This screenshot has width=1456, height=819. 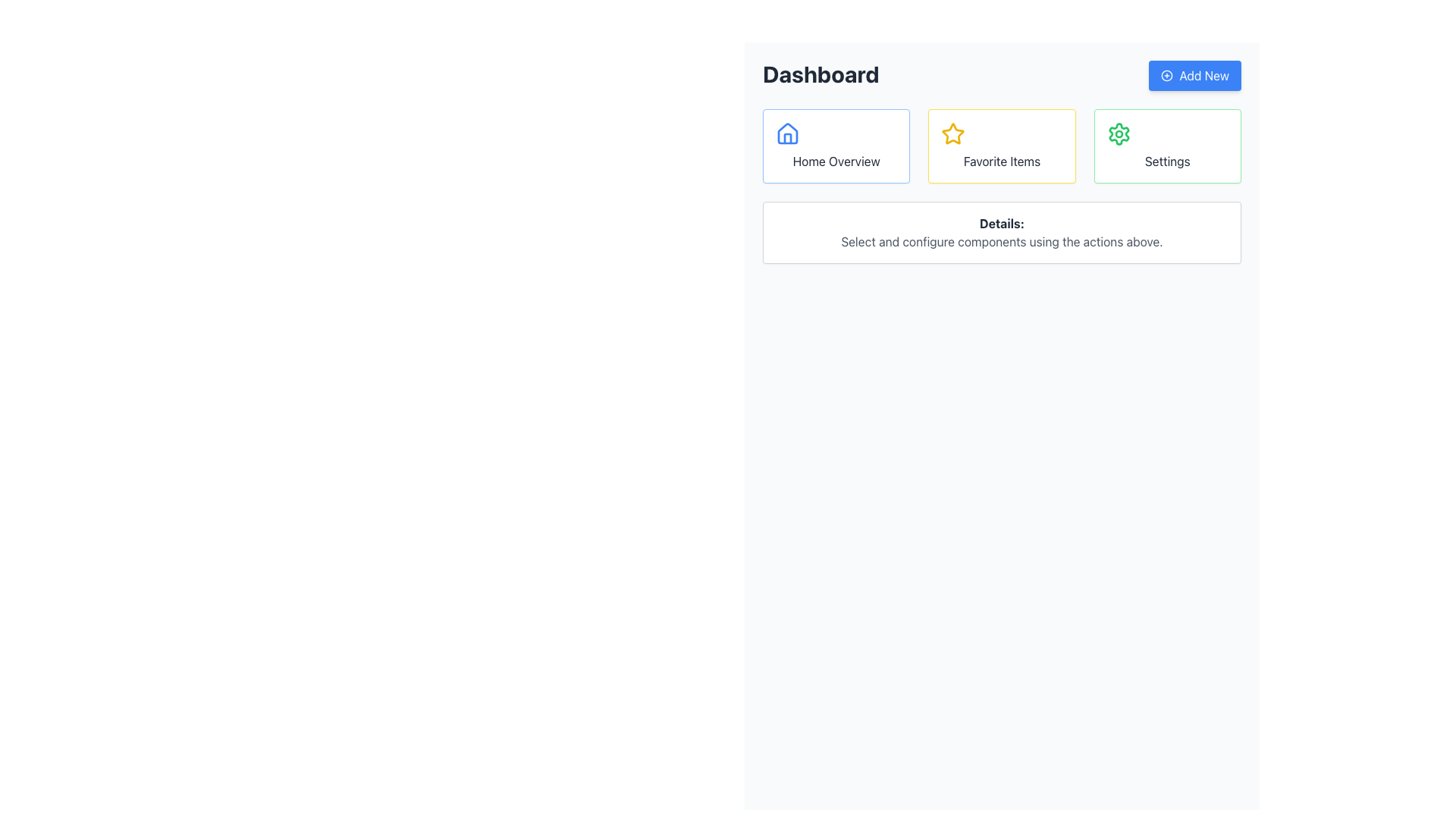 I want to click on the star-shaped SVG icon representing 'Favorite Items' located in the middle of the yellow-bordered card on the dashboard, so click(x=952, y=133).